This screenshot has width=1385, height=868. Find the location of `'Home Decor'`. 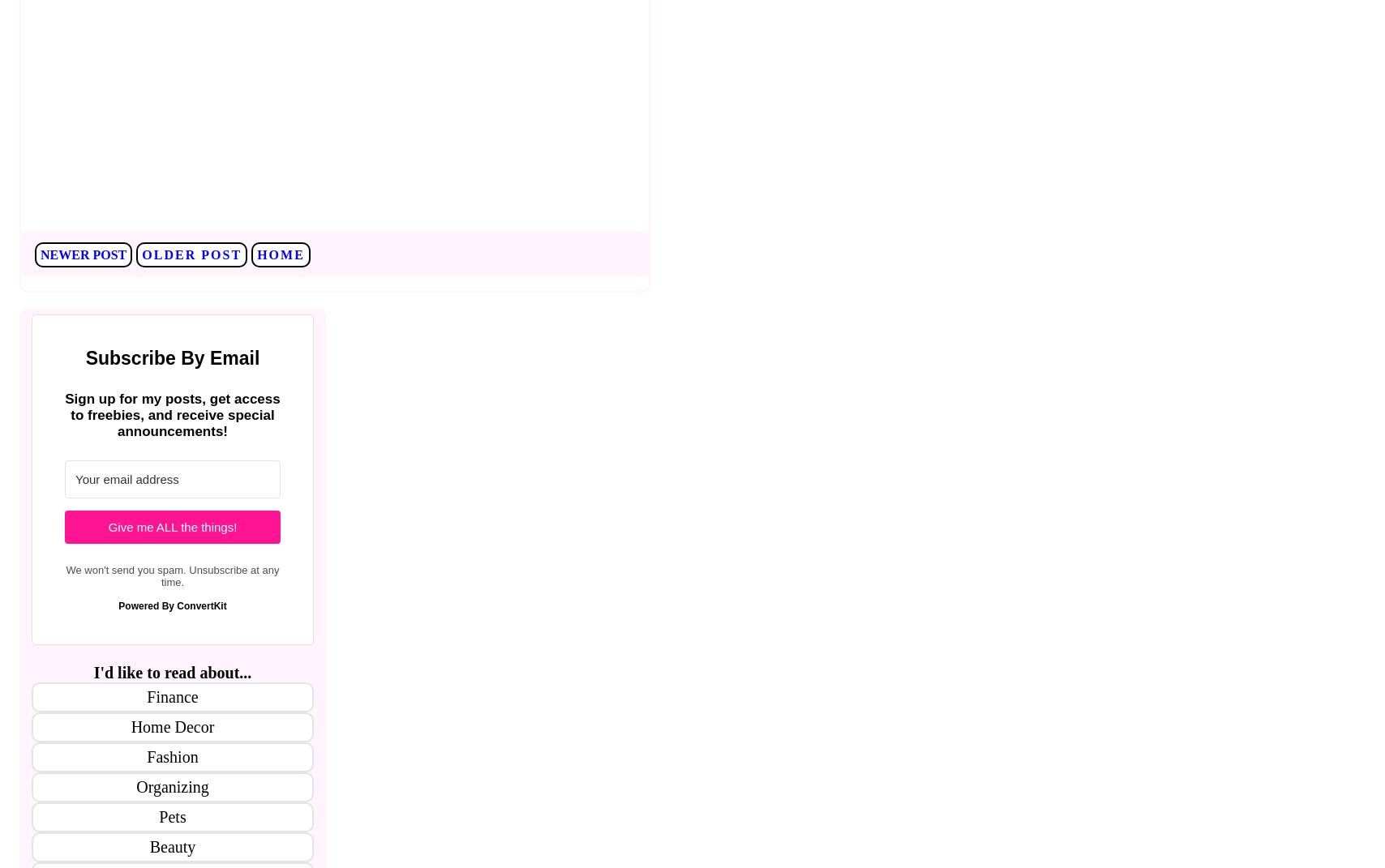

'Home Decor' is located at coordinates (172, 726).